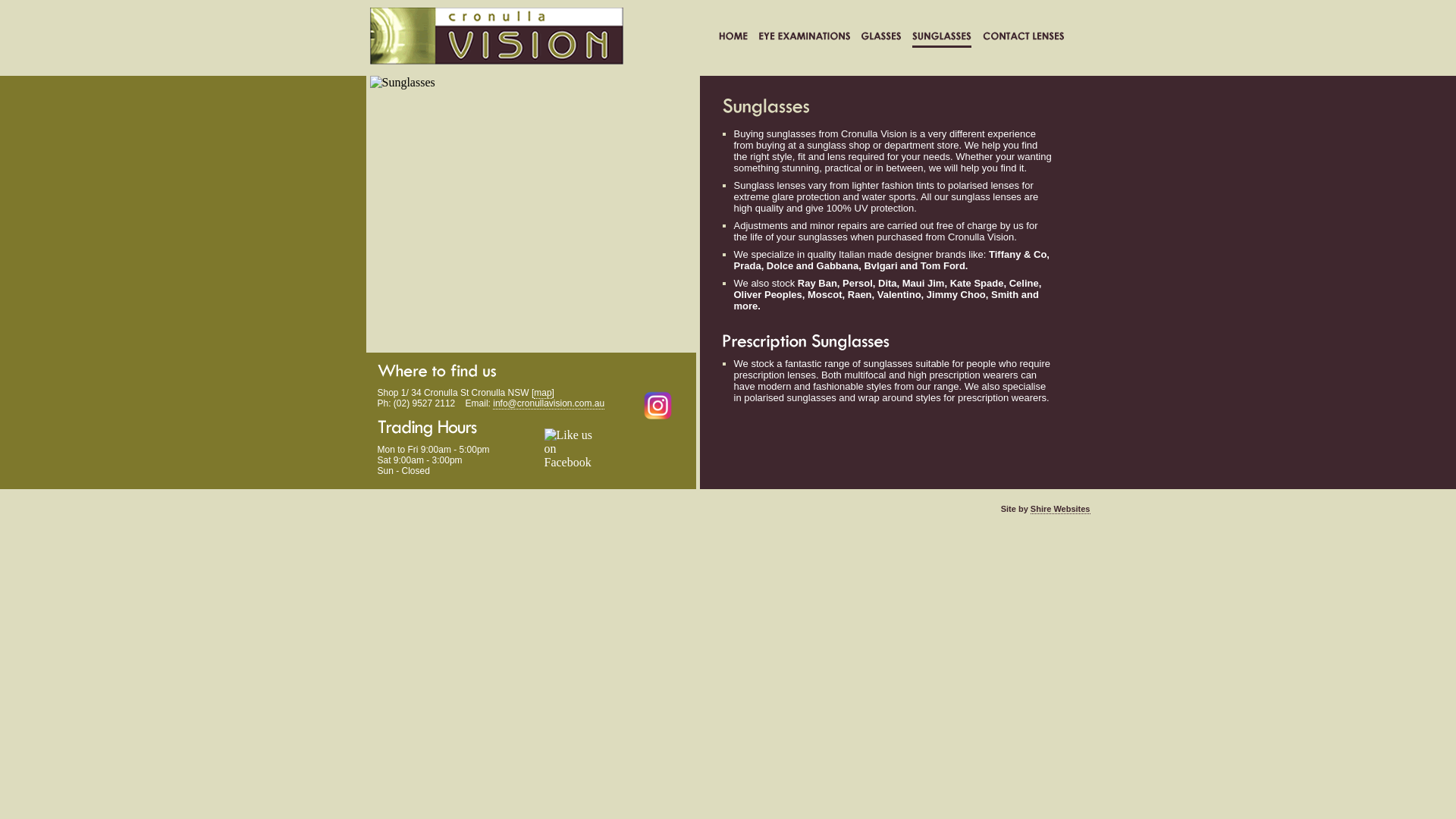 The image size is (1456, 819). I want to click on 'Sunglasses', so click(910, 38).